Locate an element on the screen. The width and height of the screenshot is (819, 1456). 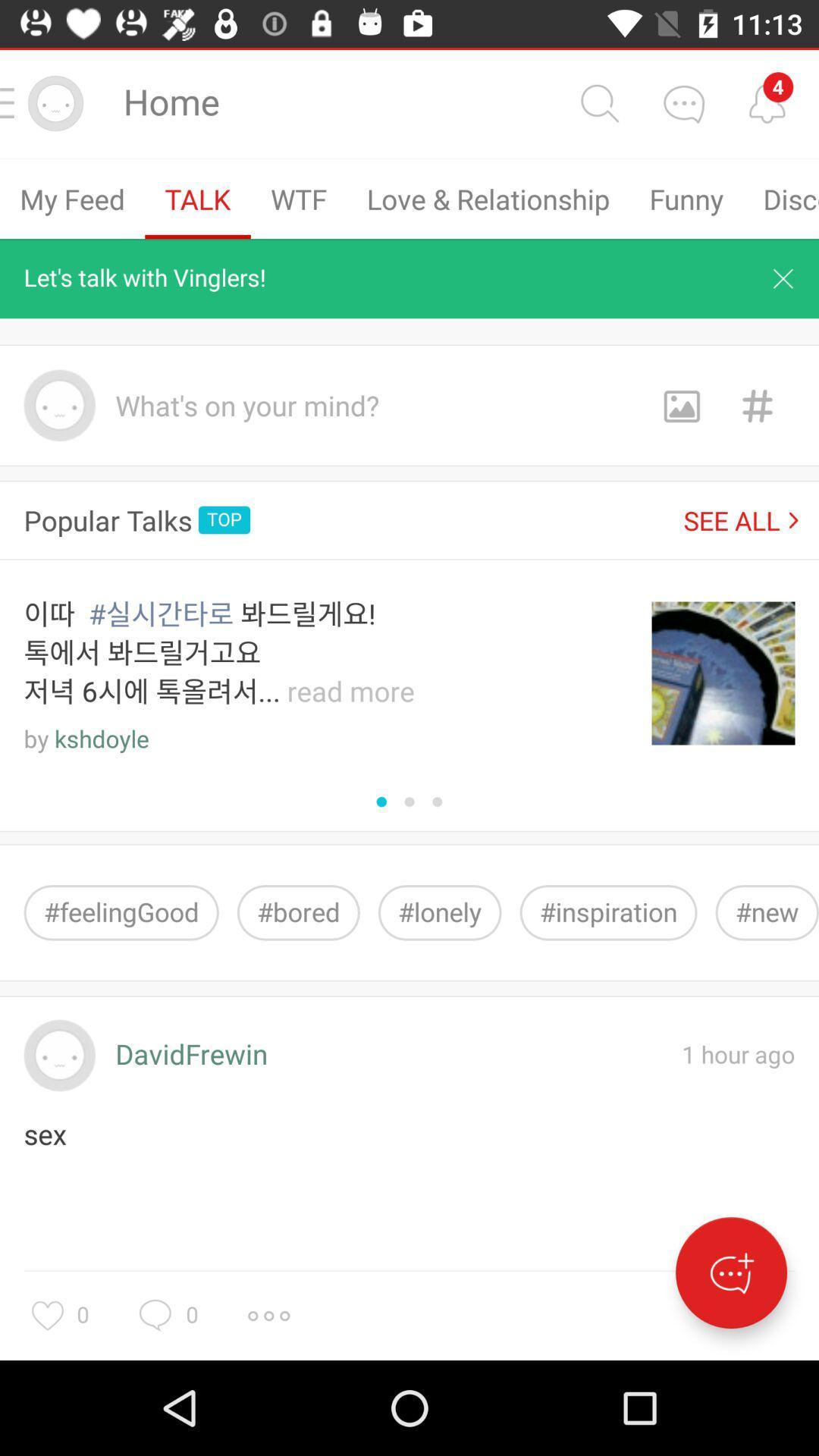
close is located at coordinates (783, 278).